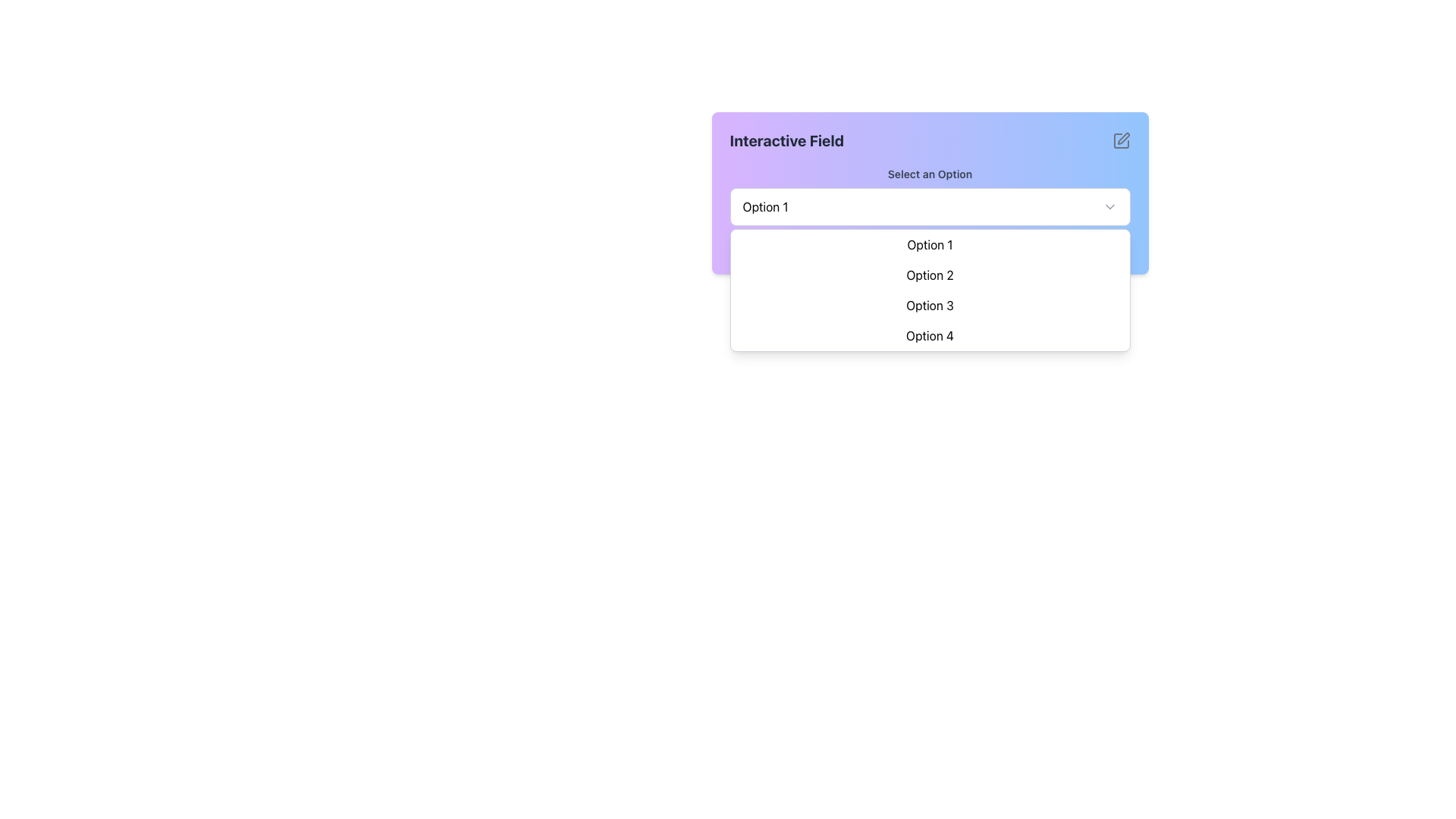 Image resolution: width=1456 pixels, height=819 pixels. Describe the element at coordinates (929, 305) in the screenshot. I see `'Option 3' in the dropdown menu` at that location.